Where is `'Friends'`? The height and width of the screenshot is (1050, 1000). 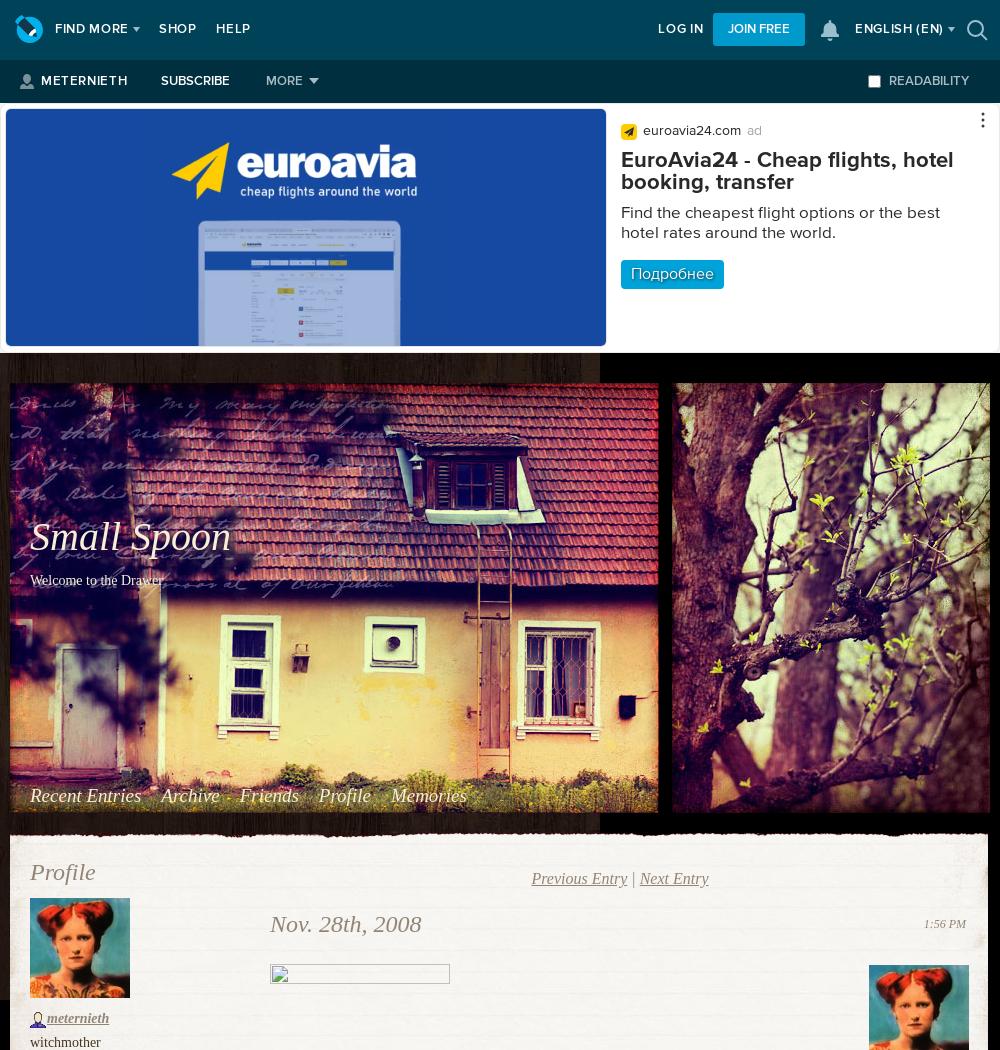 'Friends' is located at coordinates (268, 794).